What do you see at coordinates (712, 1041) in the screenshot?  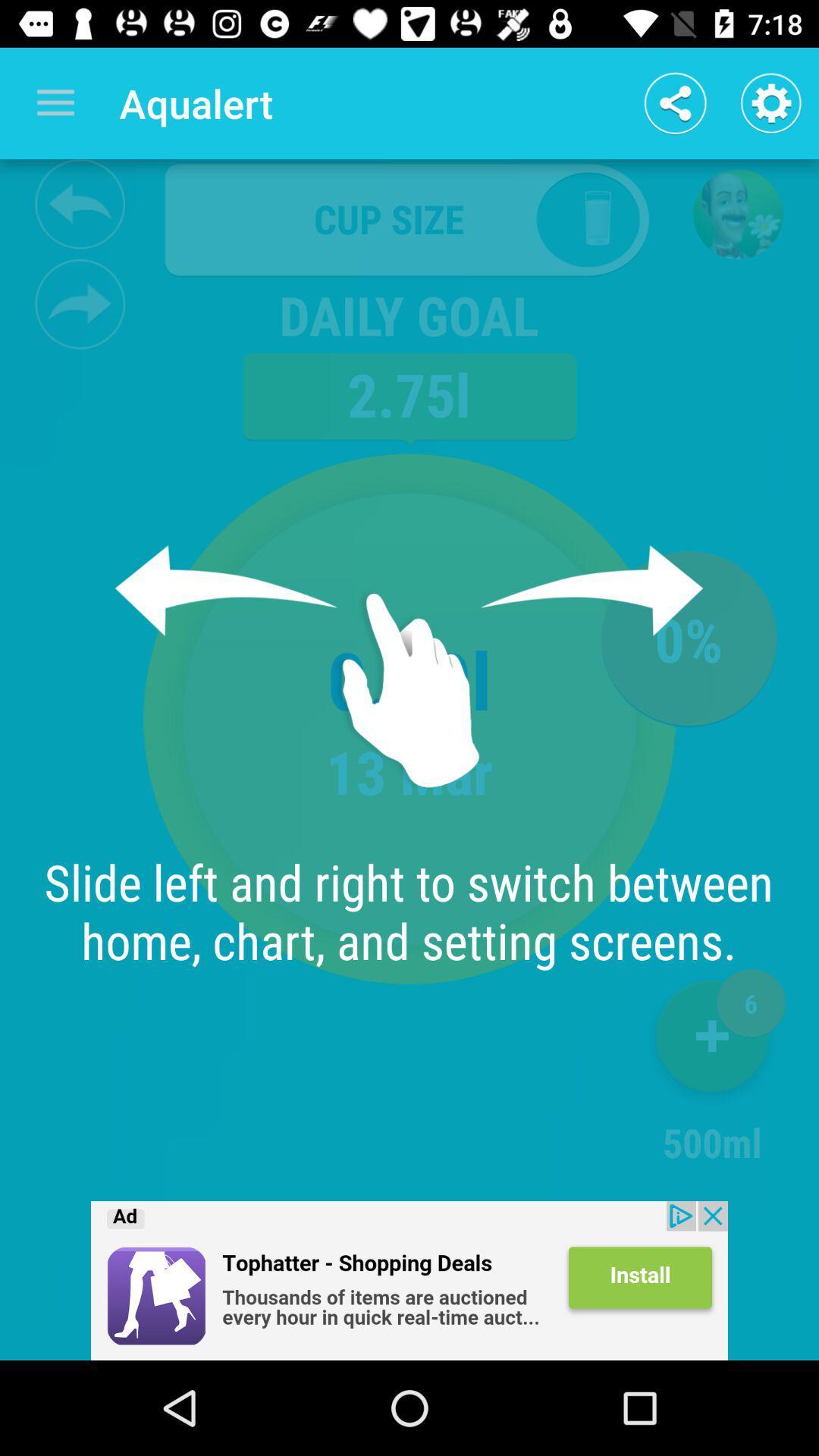 I see `the add icon` at bounding box center [712, 1041].